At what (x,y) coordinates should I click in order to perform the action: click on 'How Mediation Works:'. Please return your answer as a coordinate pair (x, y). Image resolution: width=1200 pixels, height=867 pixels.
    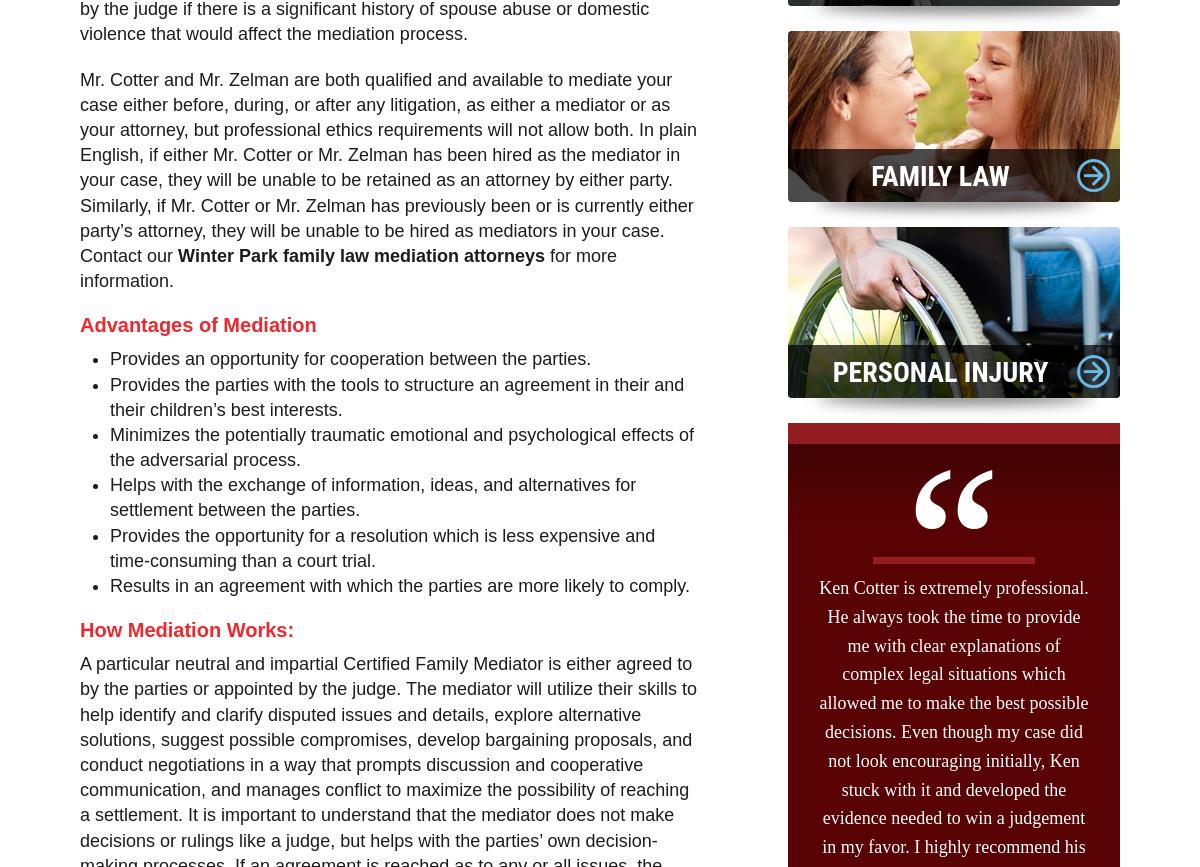
    Looking at the image, I should click on (185, 628).